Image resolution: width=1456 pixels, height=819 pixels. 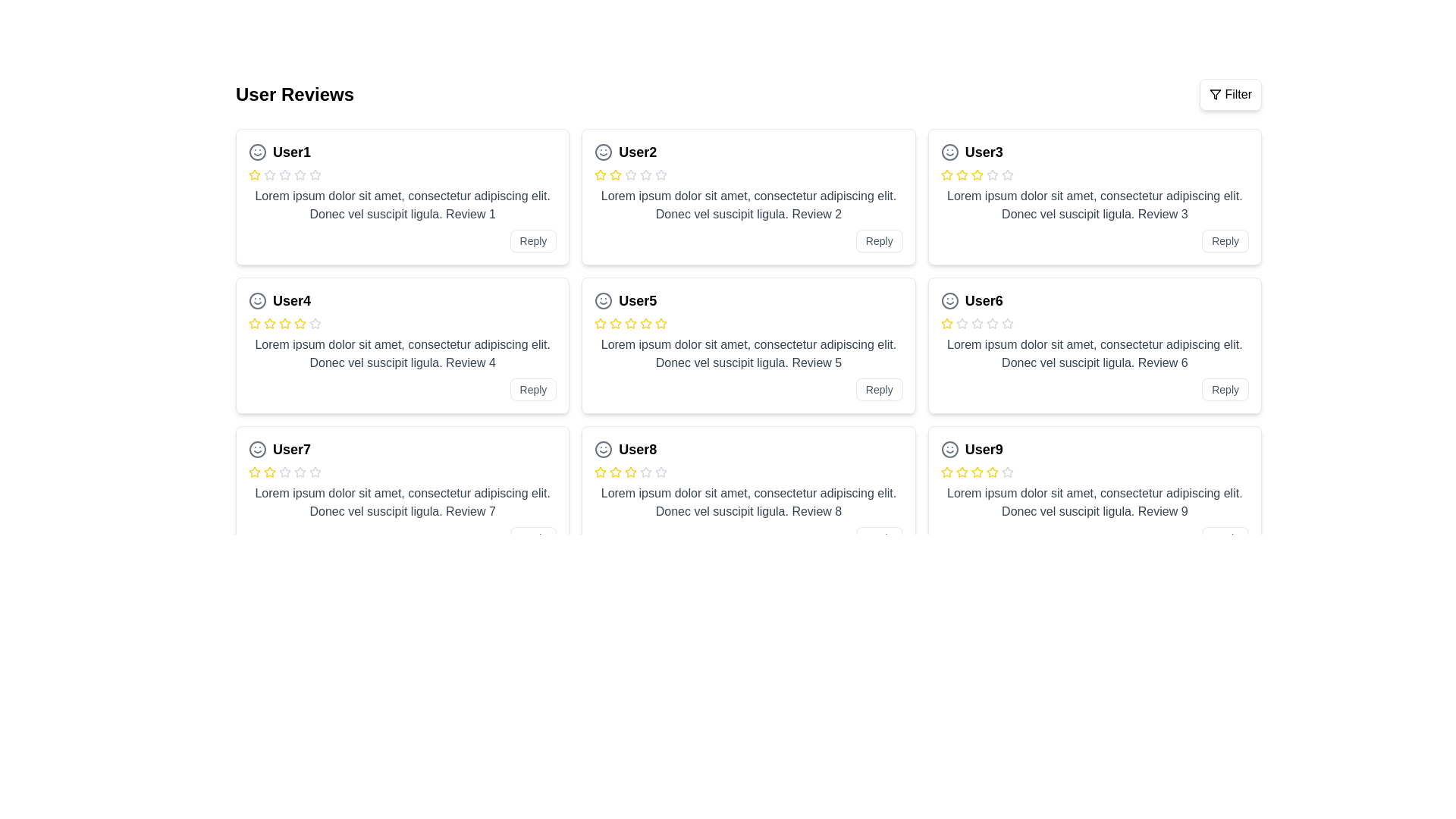 What do you see at coordinates (255, 620) in the screenshot?
I see `the second star in the graphical star rating component for the 'User7' section to rate it` at bounding box center [255, 620].